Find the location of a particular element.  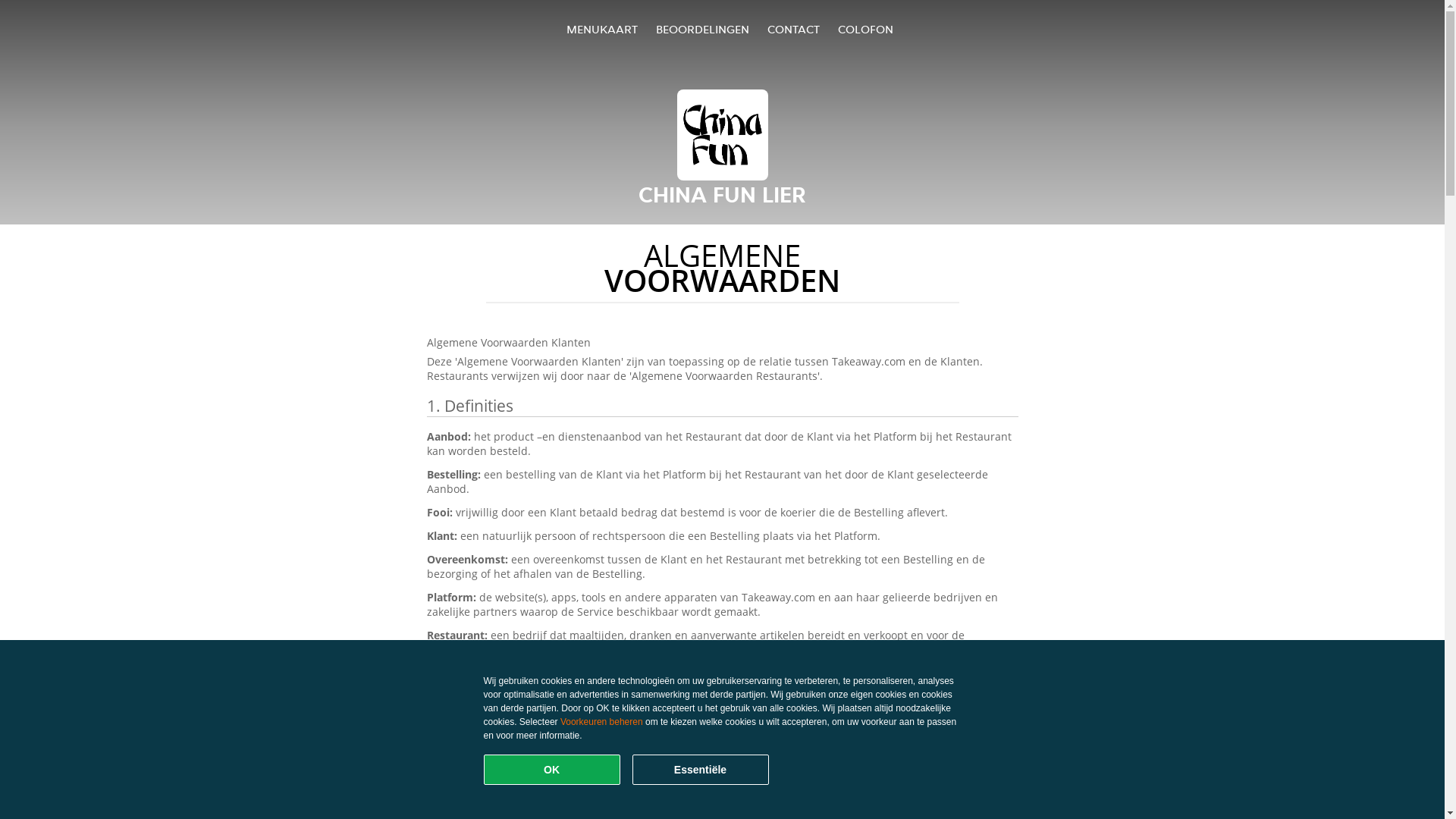

'COLOFON' is located at coordinates (865, 29).